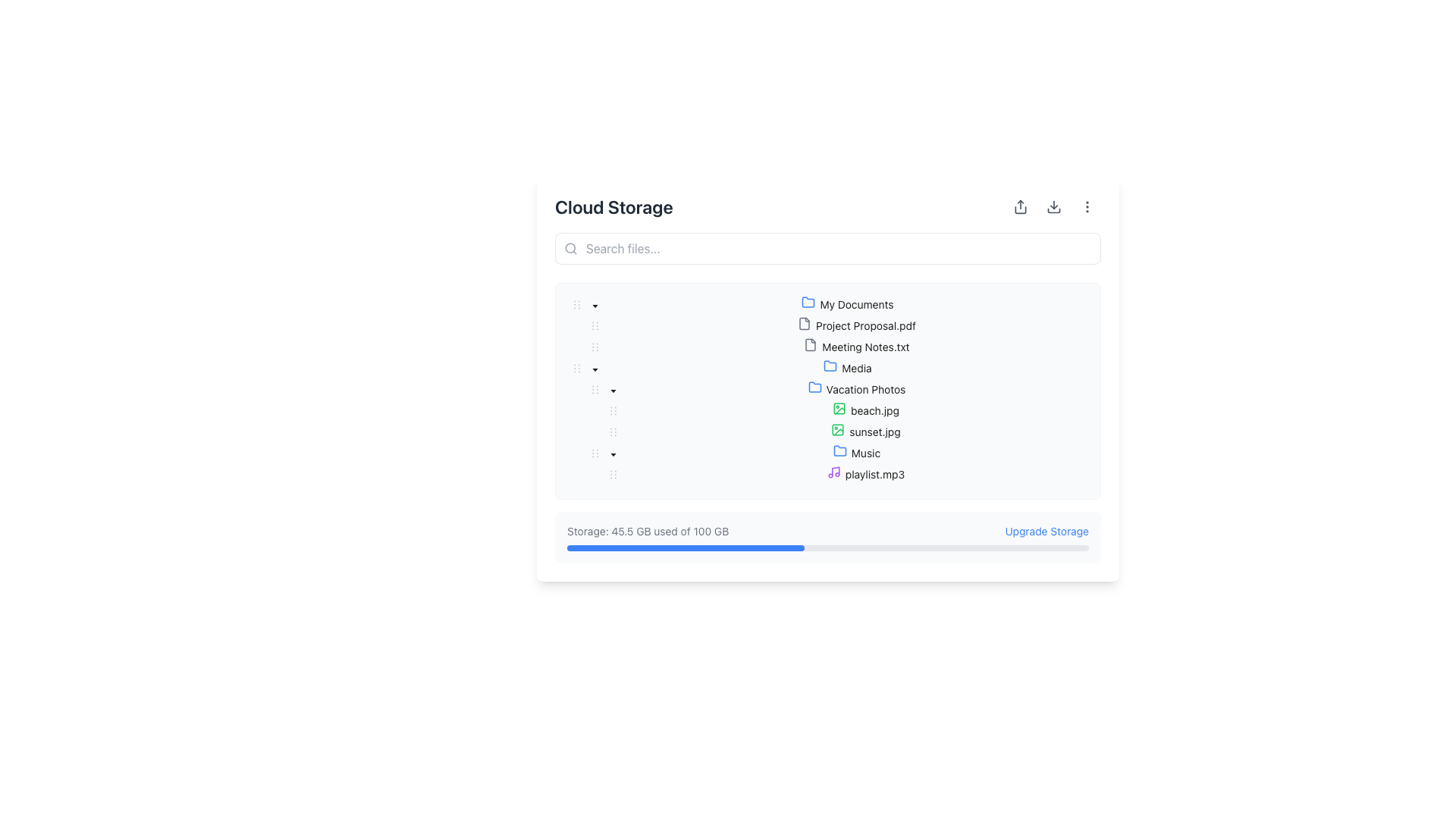 This screenshot has width=1456, height=819. I want to click on the music icon located next to the 'Music' label under the 'Vacation Photos' section, so click(833, 472).